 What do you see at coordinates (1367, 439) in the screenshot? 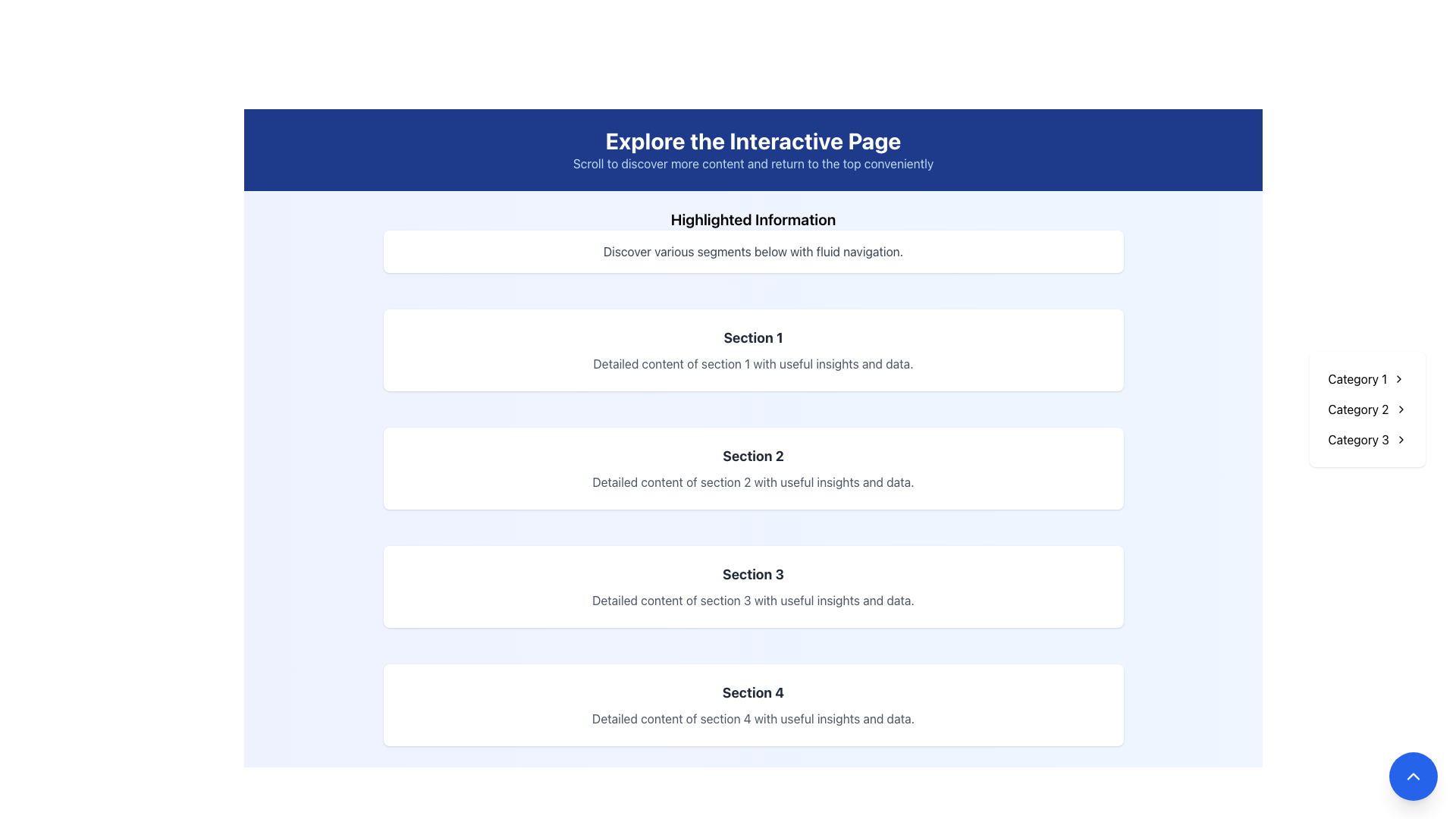
I see `the 'Category 3' interactive text link with an icon to change its text color to blue` at bounding box center [1367, 439].